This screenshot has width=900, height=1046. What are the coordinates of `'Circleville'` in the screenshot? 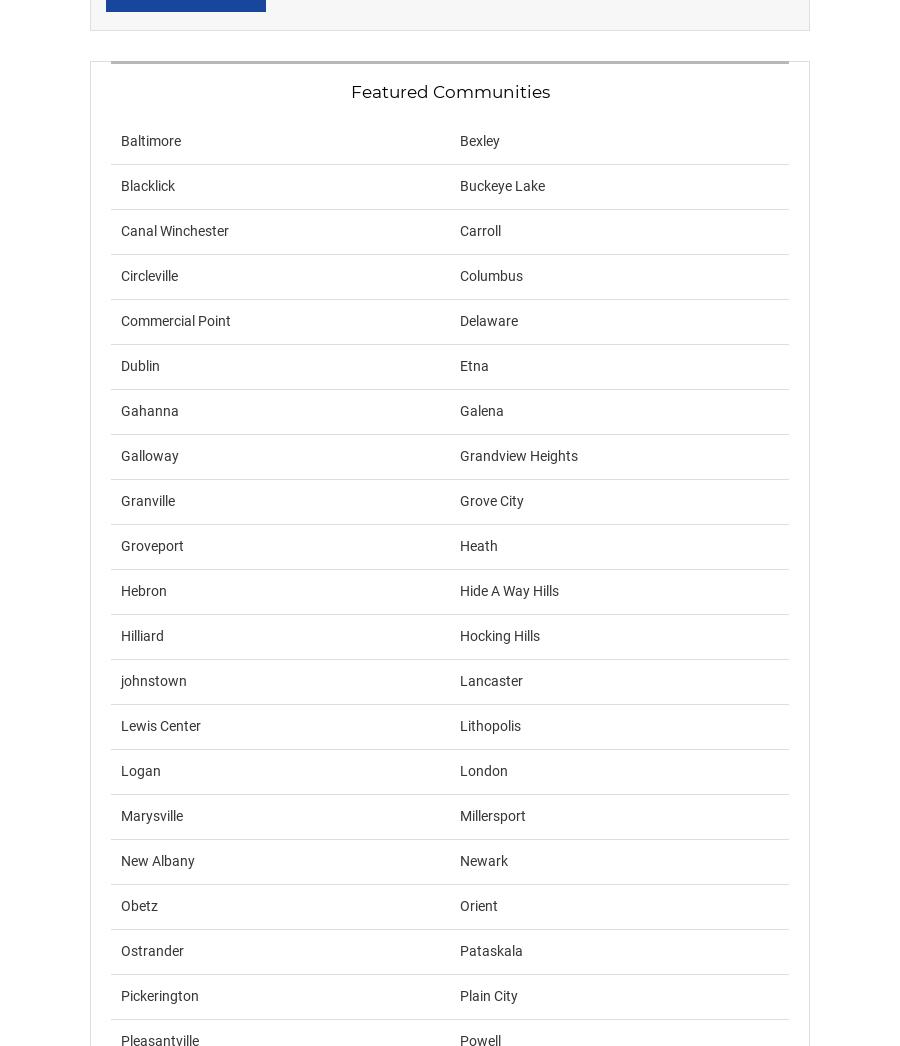 It's located at (149, 276).